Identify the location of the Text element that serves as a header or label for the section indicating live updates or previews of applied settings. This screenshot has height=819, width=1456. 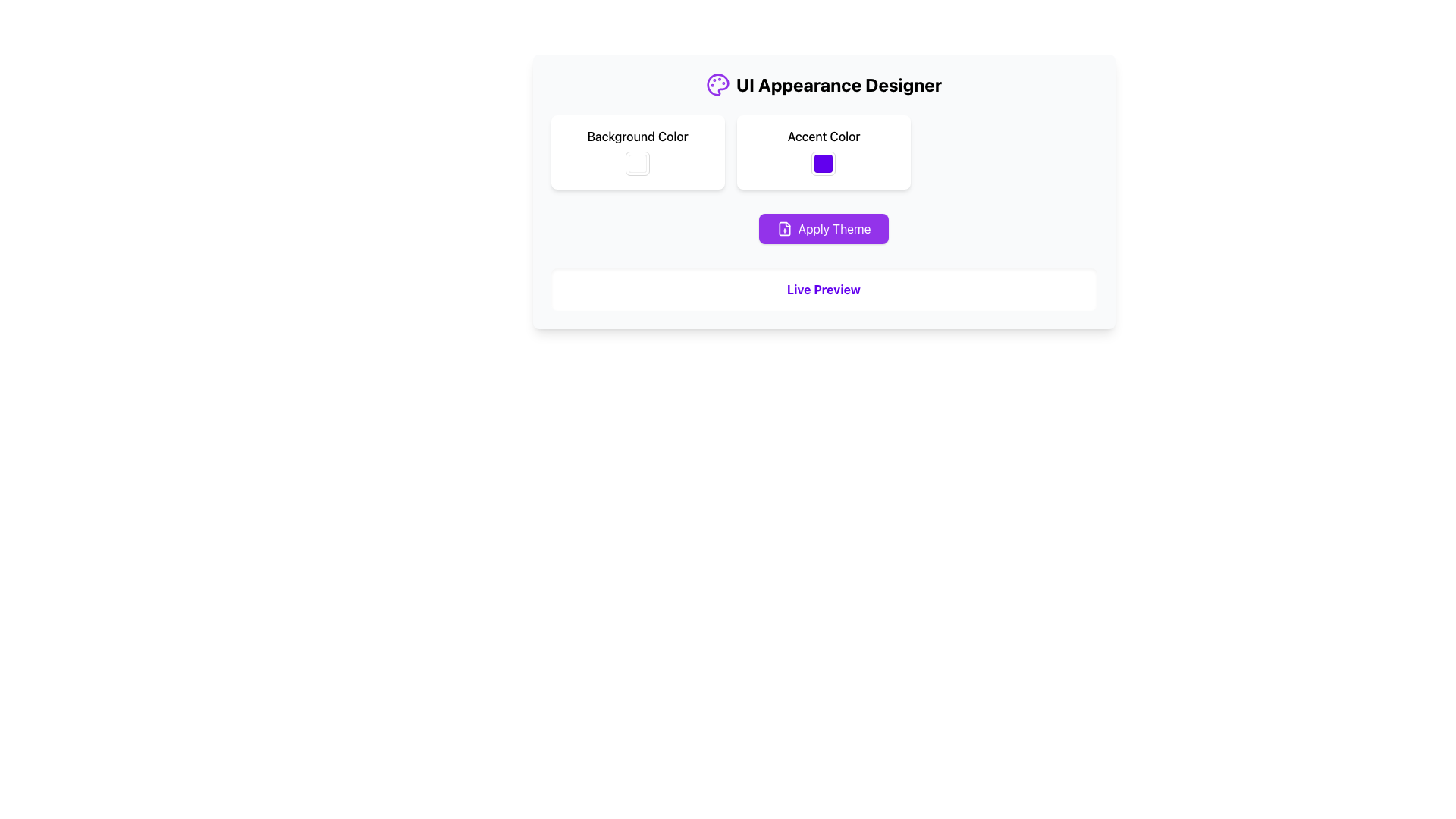
(823, 289).